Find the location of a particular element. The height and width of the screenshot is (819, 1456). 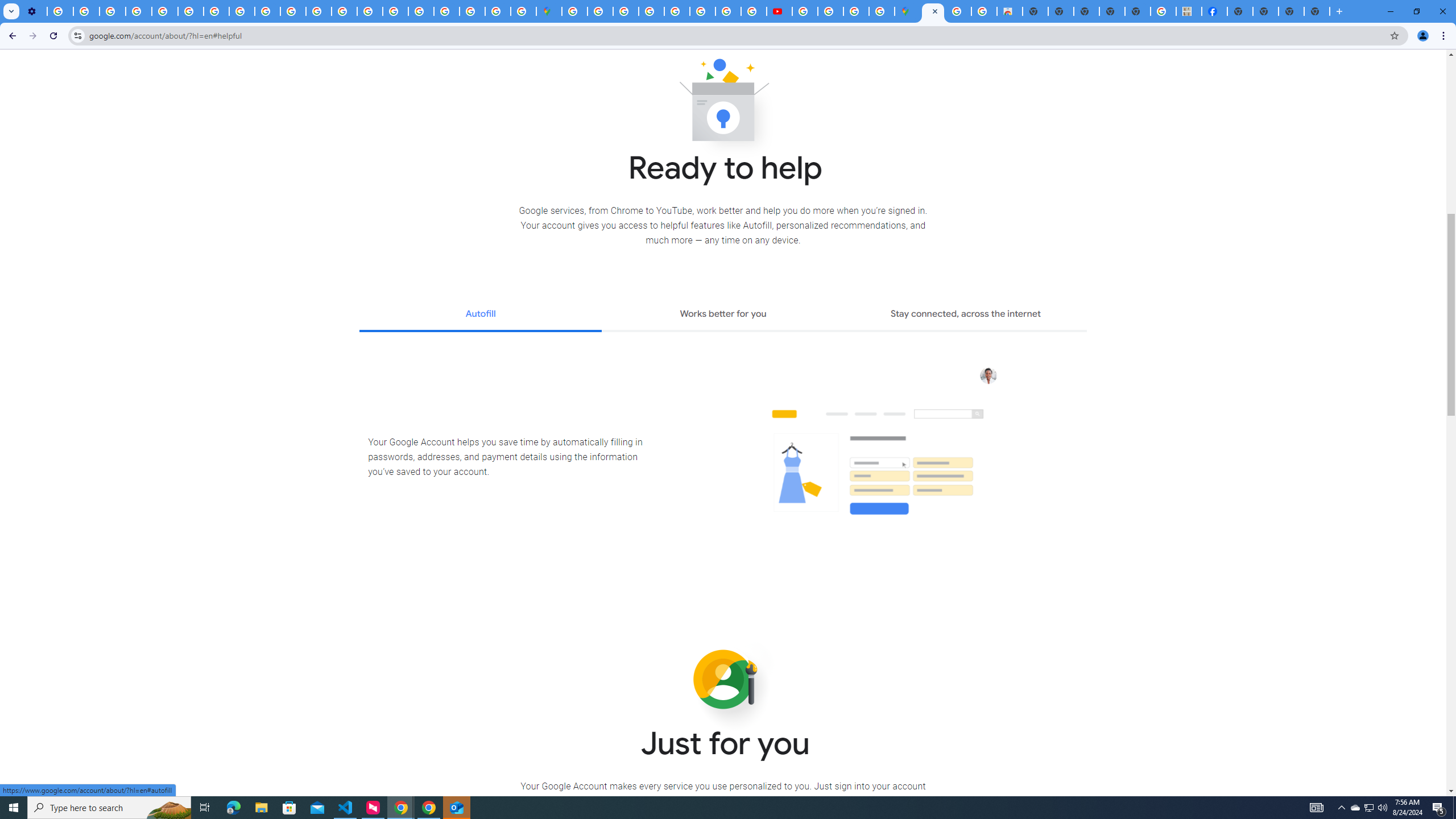

'New Tab' is located at coordinates (1317, 11).